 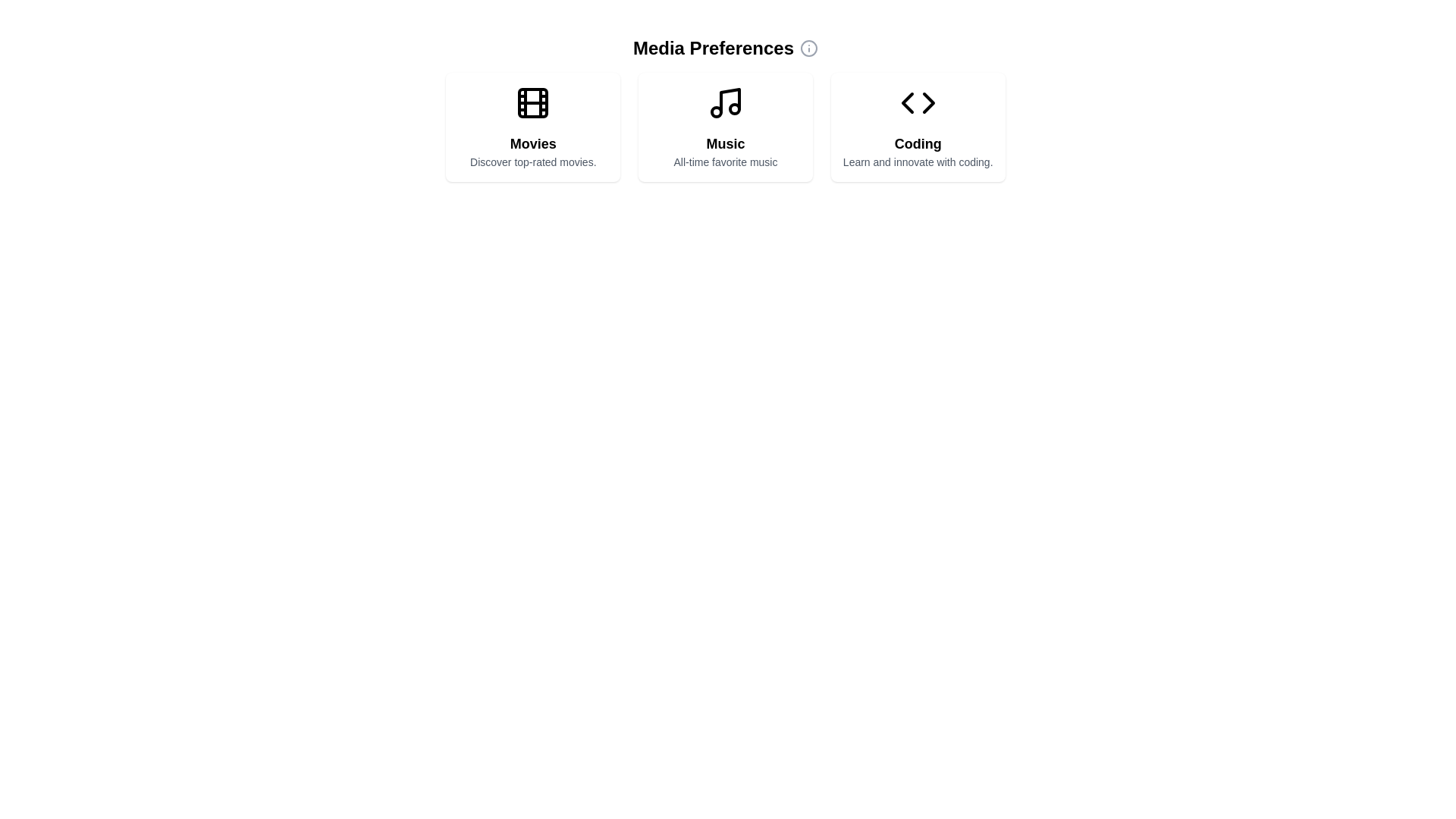 What do you see at coordinates (917, 102) in the screenshot?
I see `the coding icon located at the top center of the third card under the 'Media Preferences' section, above the 'Coding' title and subtitle text` at bounding box center [917, 102].